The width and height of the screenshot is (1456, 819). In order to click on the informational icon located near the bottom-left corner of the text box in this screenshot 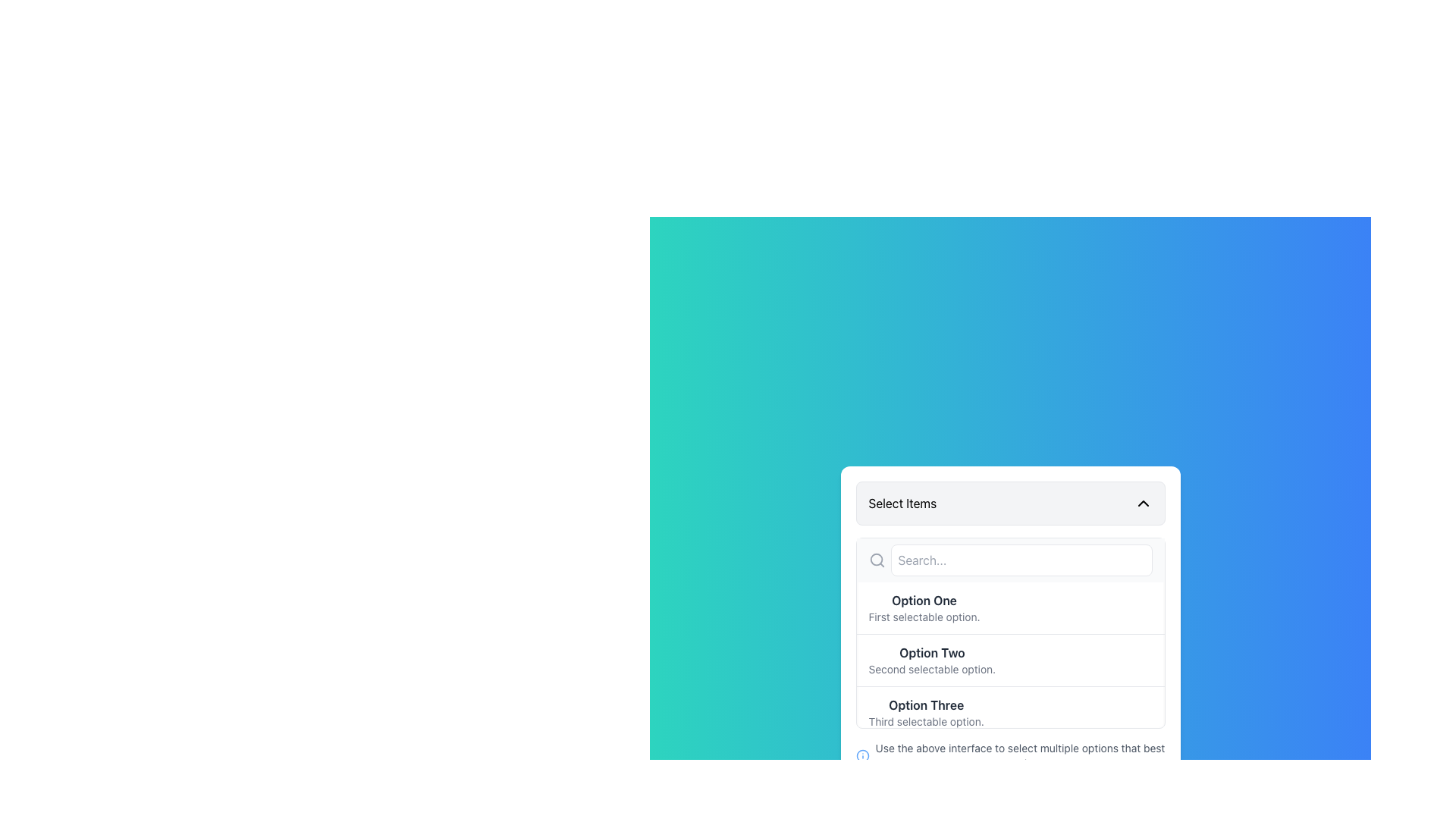, I will do `click(862, 755)`.